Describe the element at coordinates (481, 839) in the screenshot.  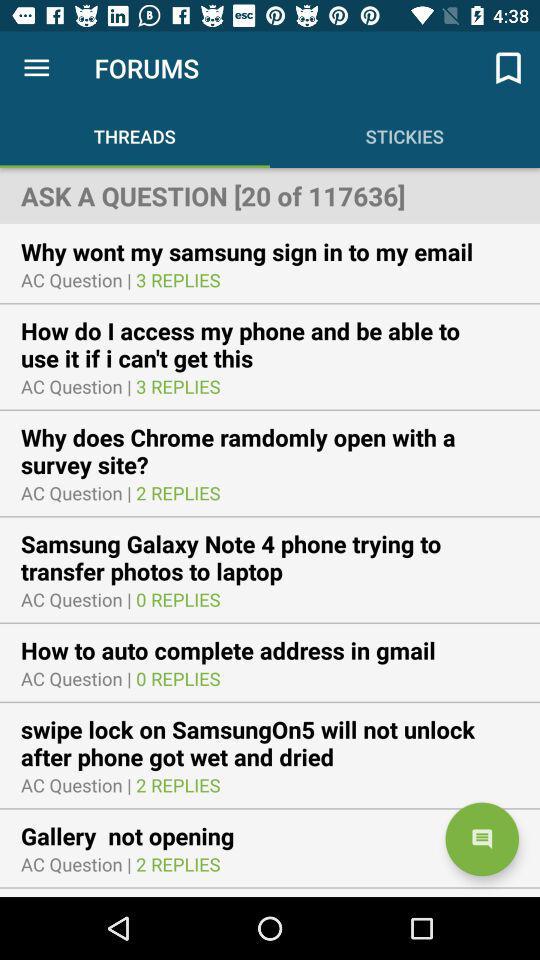
I see `the chat icon` at that location.